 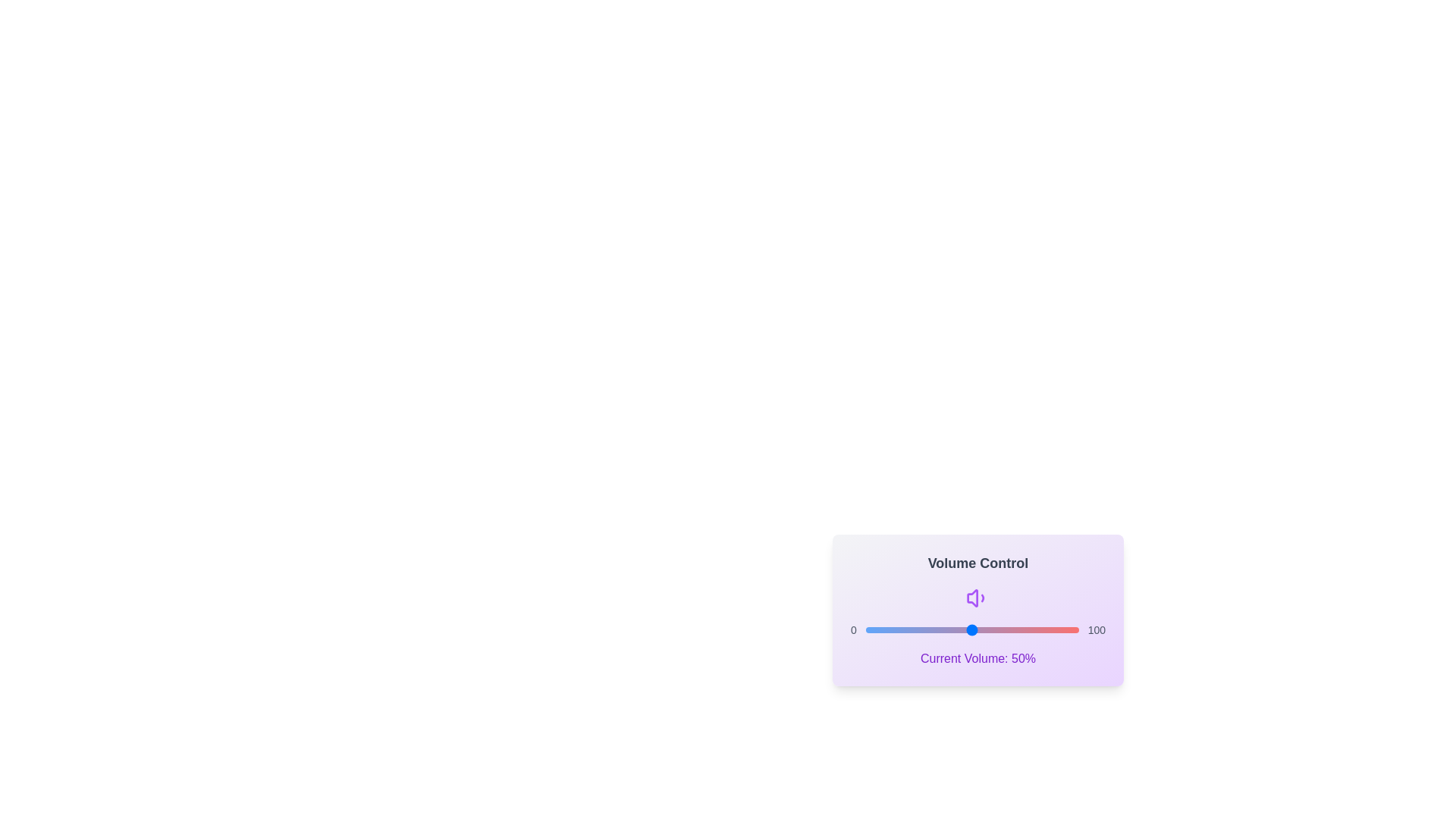 I want to click on the volume slider to set the volume to 33%, so click(x=935, y=629).